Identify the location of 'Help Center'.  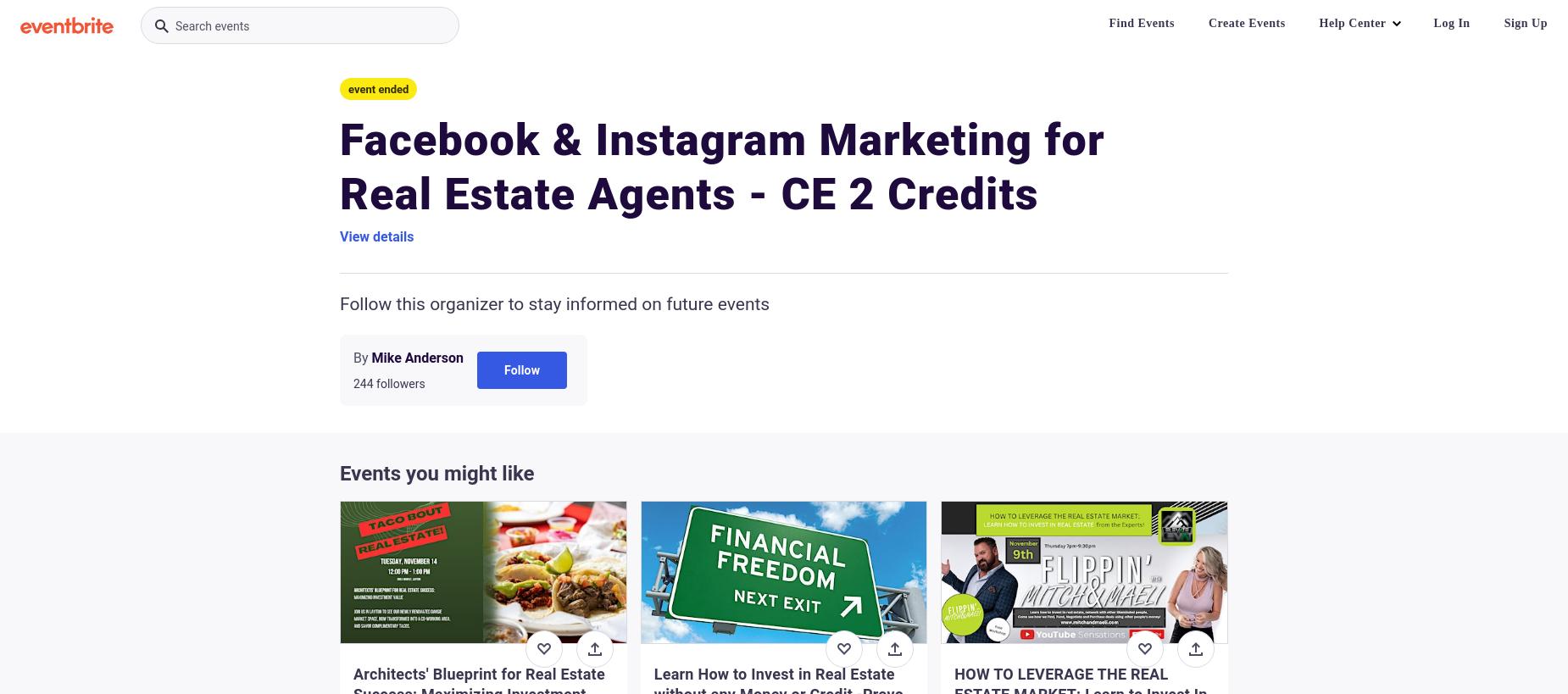
(1319, 22).